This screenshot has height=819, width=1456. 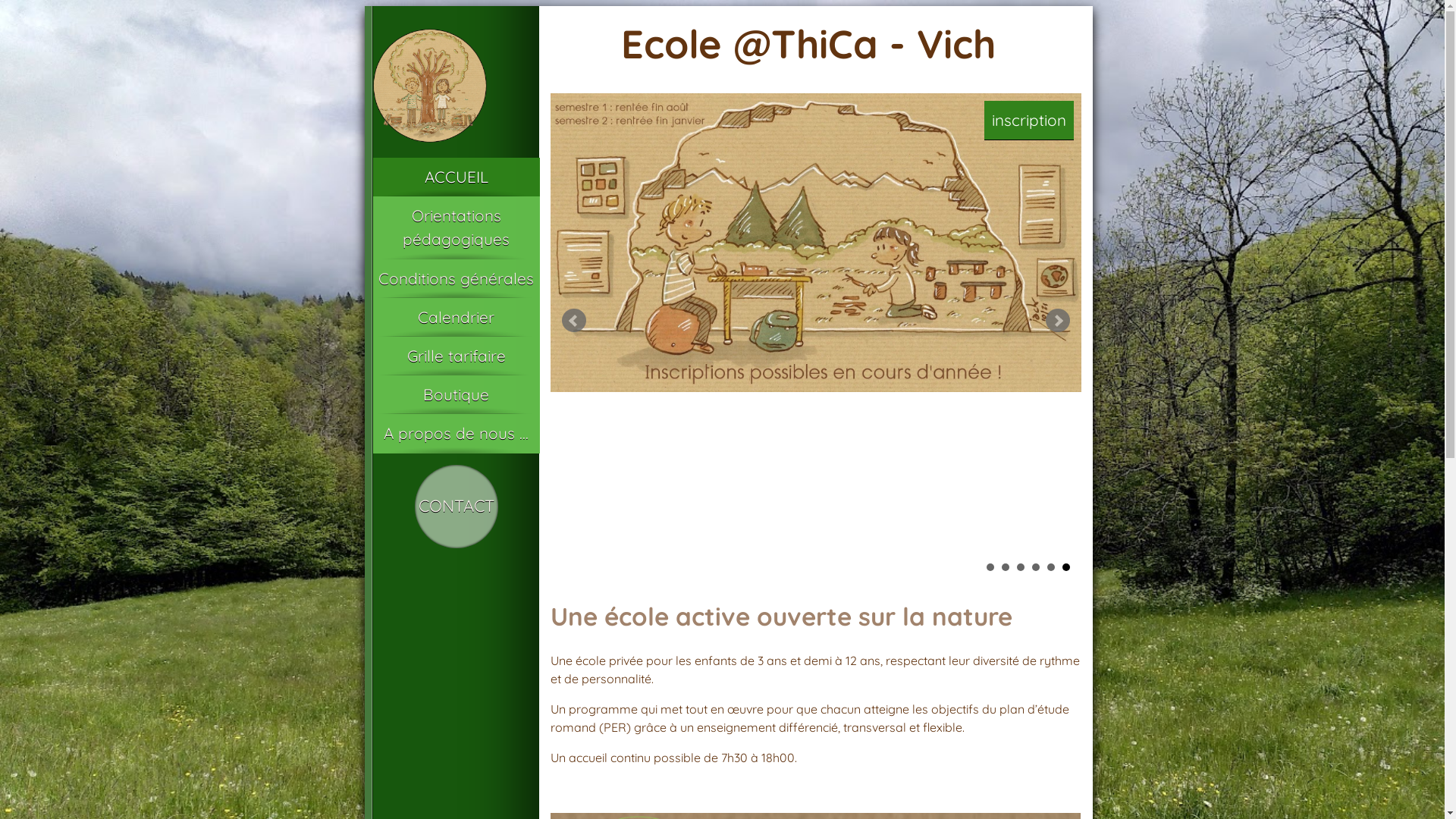 What do you see at coordinates (990, 567) in the screenshot?
I see `'1'` at bounding box center [990, 567].